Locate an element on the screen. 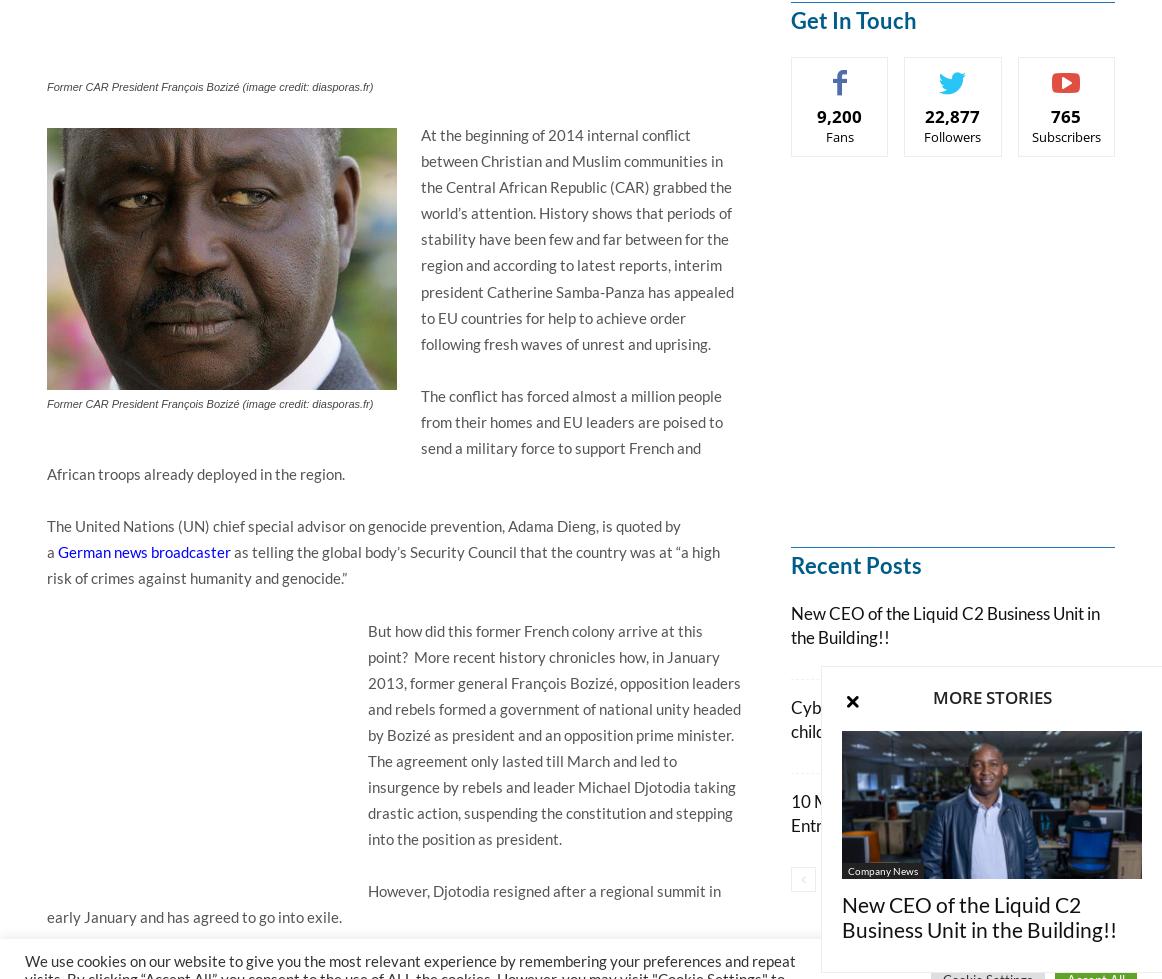  '9,200' is located at coordinates (839, 116).